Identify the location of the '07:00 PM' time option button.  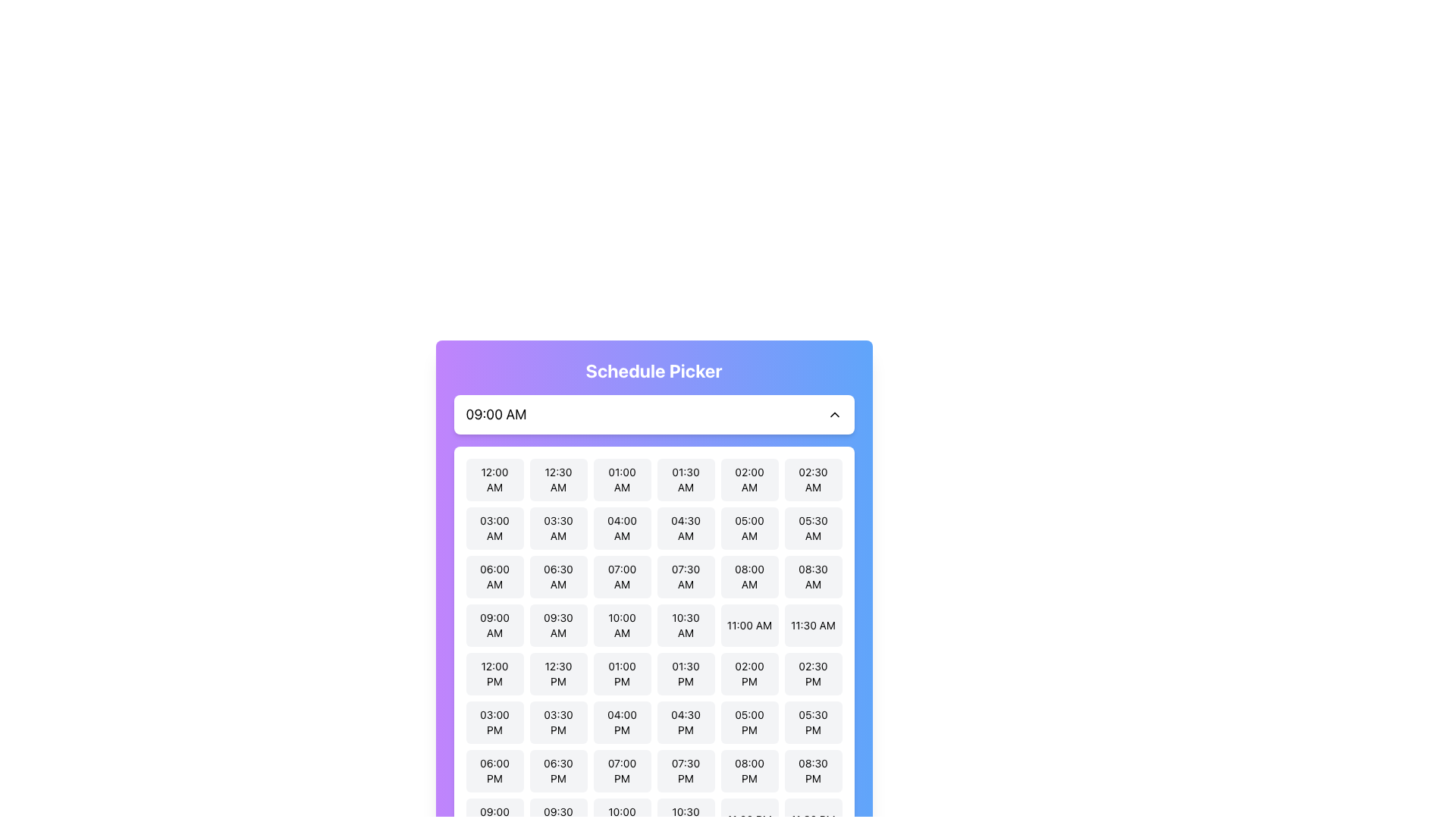
(622, 771).